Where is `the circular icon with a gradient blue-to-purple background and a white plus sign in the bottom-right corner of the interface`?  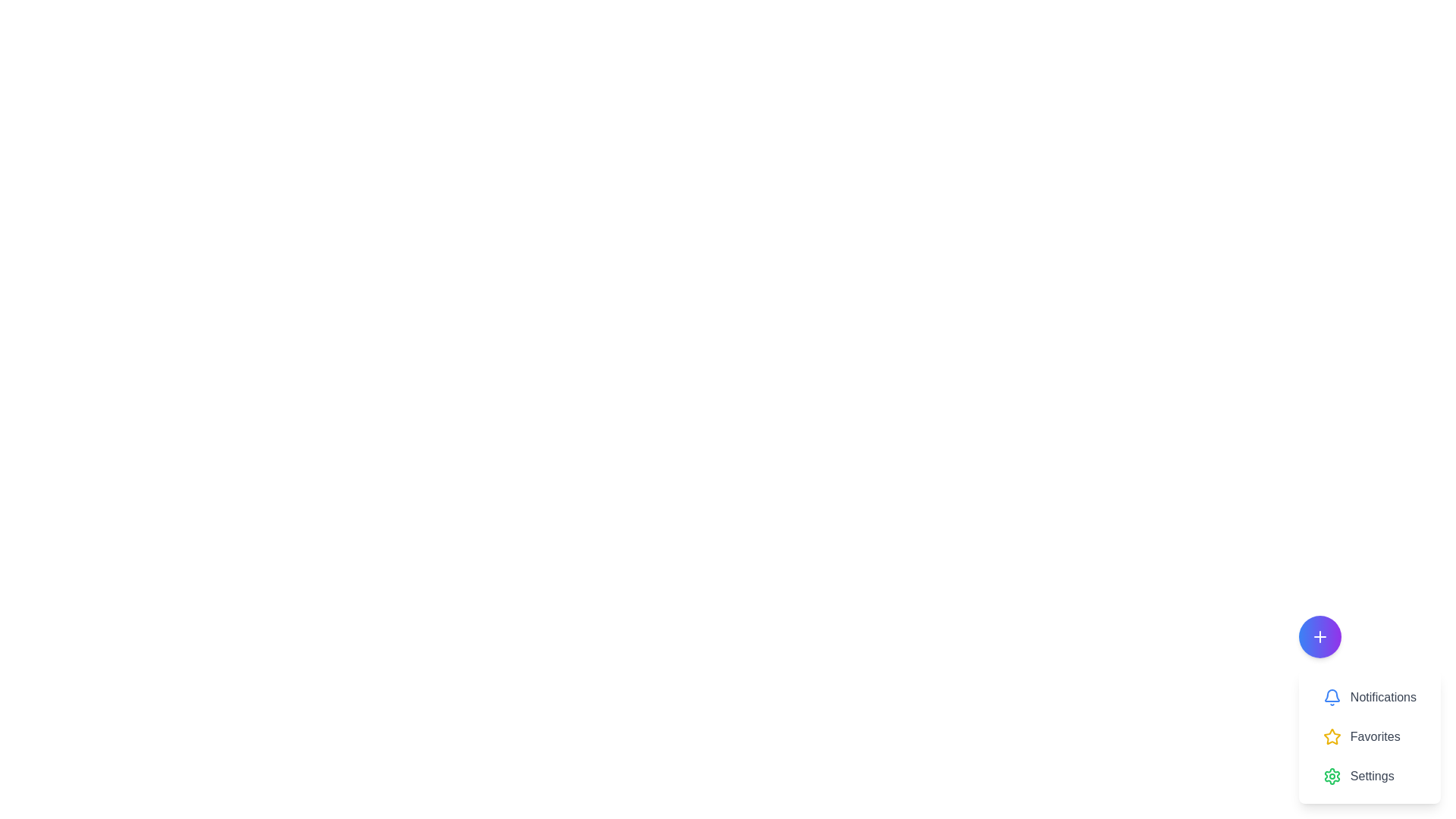
the circular icon with a gradient blue-to-purple background and a white plus sign in the bottom-right corner of the interface is located at coordinates (1319, 637).